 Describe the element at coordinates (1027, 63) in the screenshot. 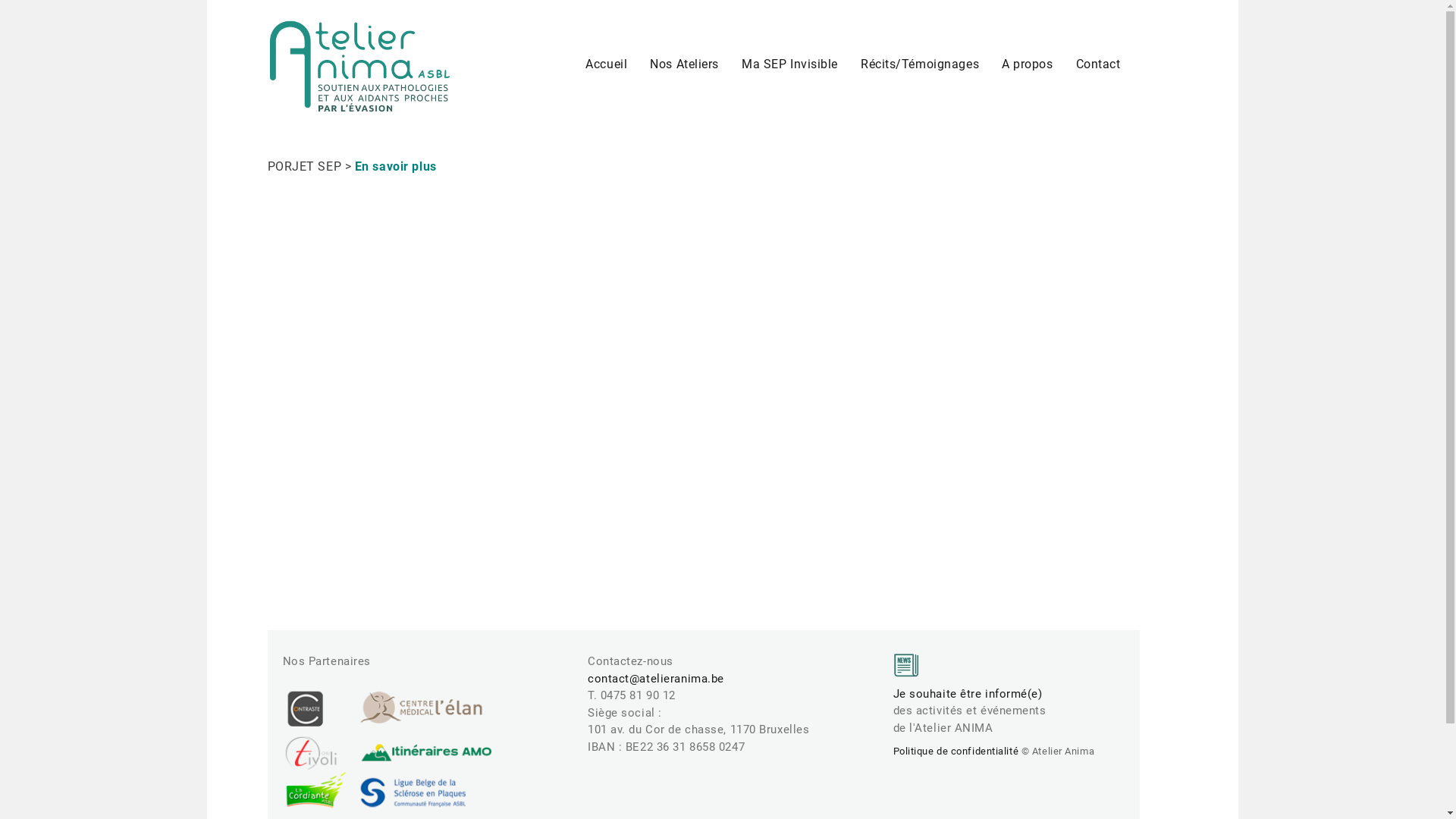

I see `'A propos'` at that location.